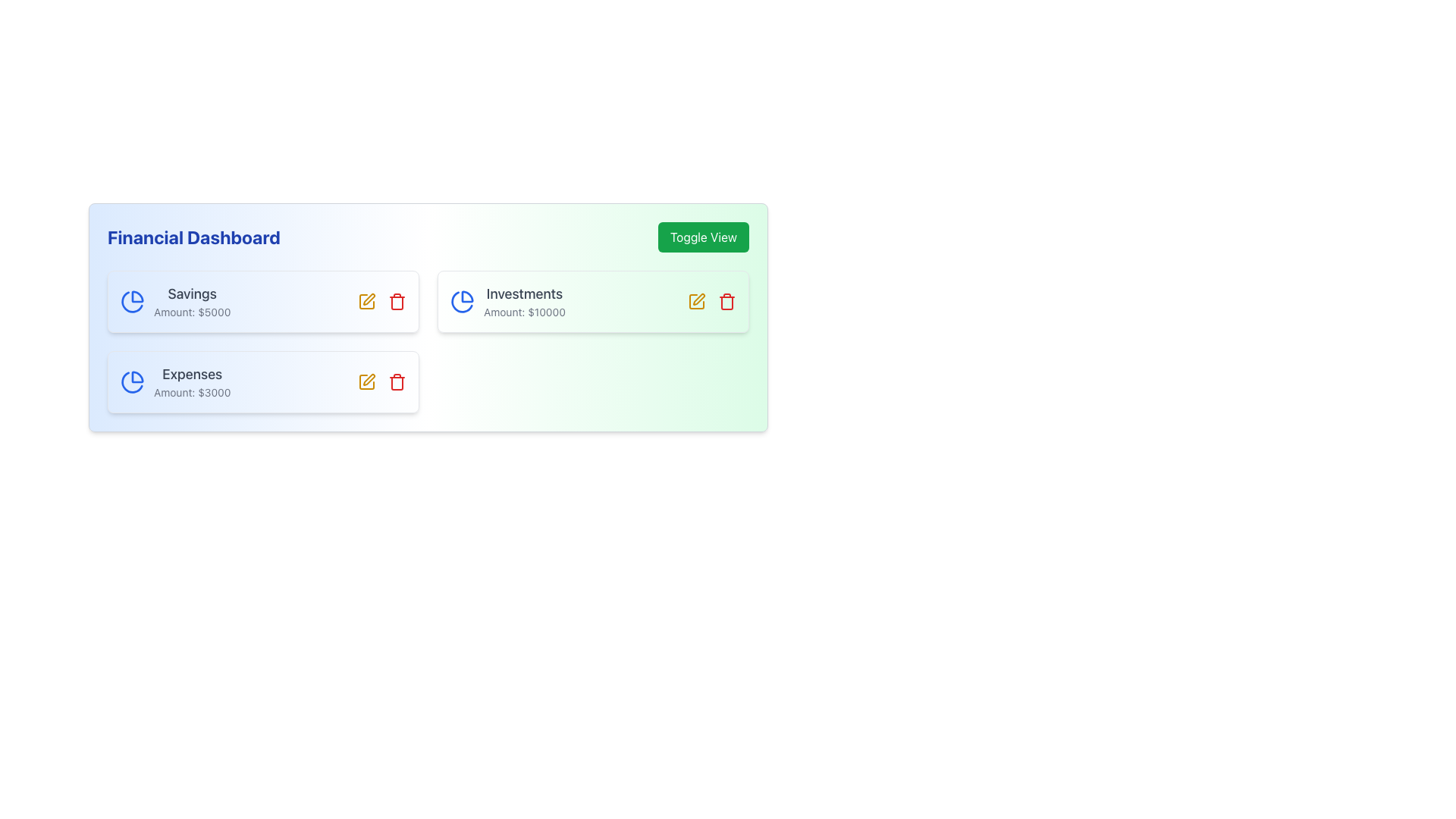 This screenshot has height=819, width=1456. Describe the element at coordinates (191, 391) in the screenshot. I see `the text label indicating the amount of $3000 associated with the 'Expenses' category, which is positioned directly below the title 'Expenses' in the financial dashboard` at that location.